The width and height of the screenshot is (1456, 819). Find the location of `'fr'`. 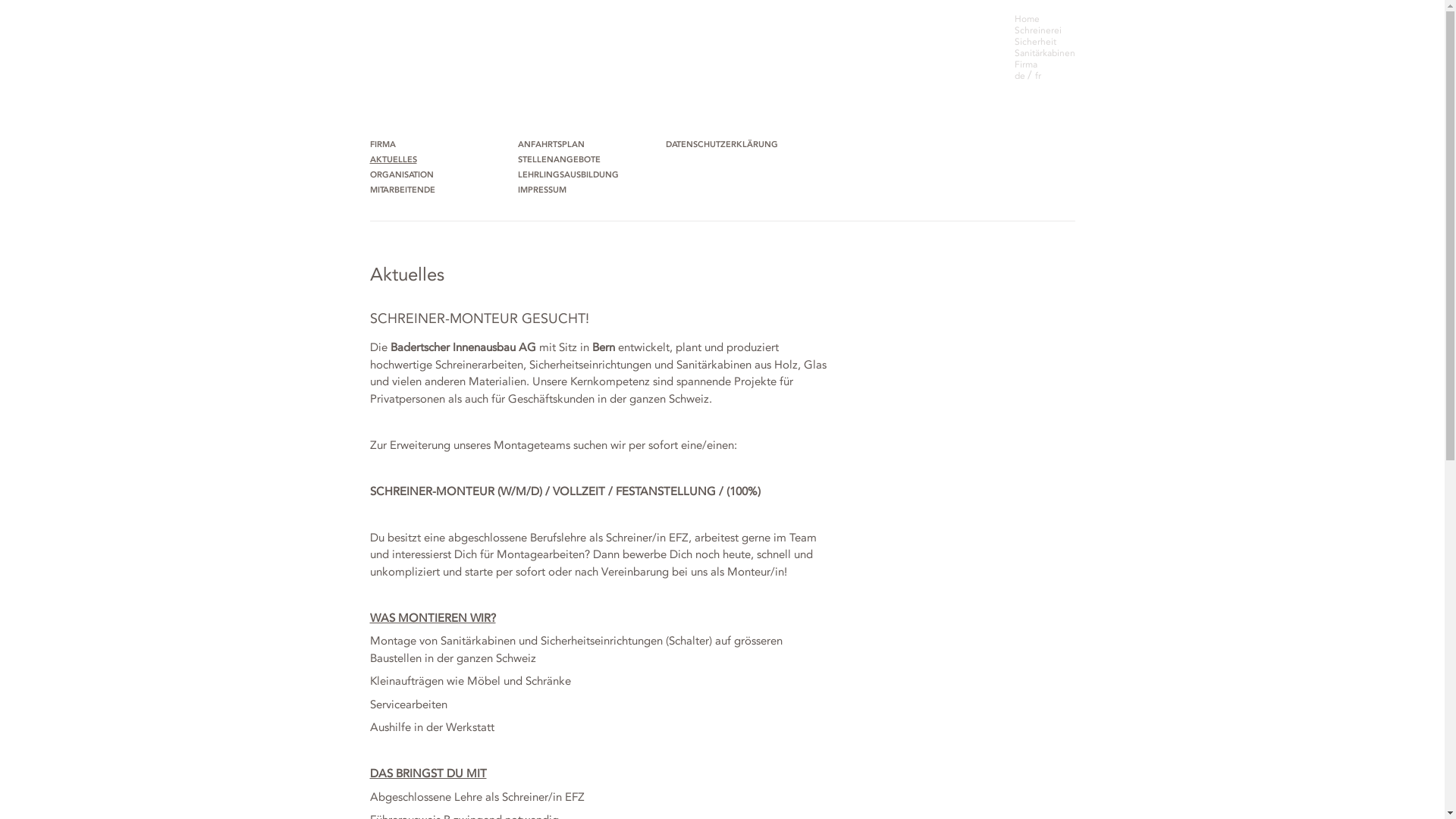

'fr' is located at coordinates (1033, 76).